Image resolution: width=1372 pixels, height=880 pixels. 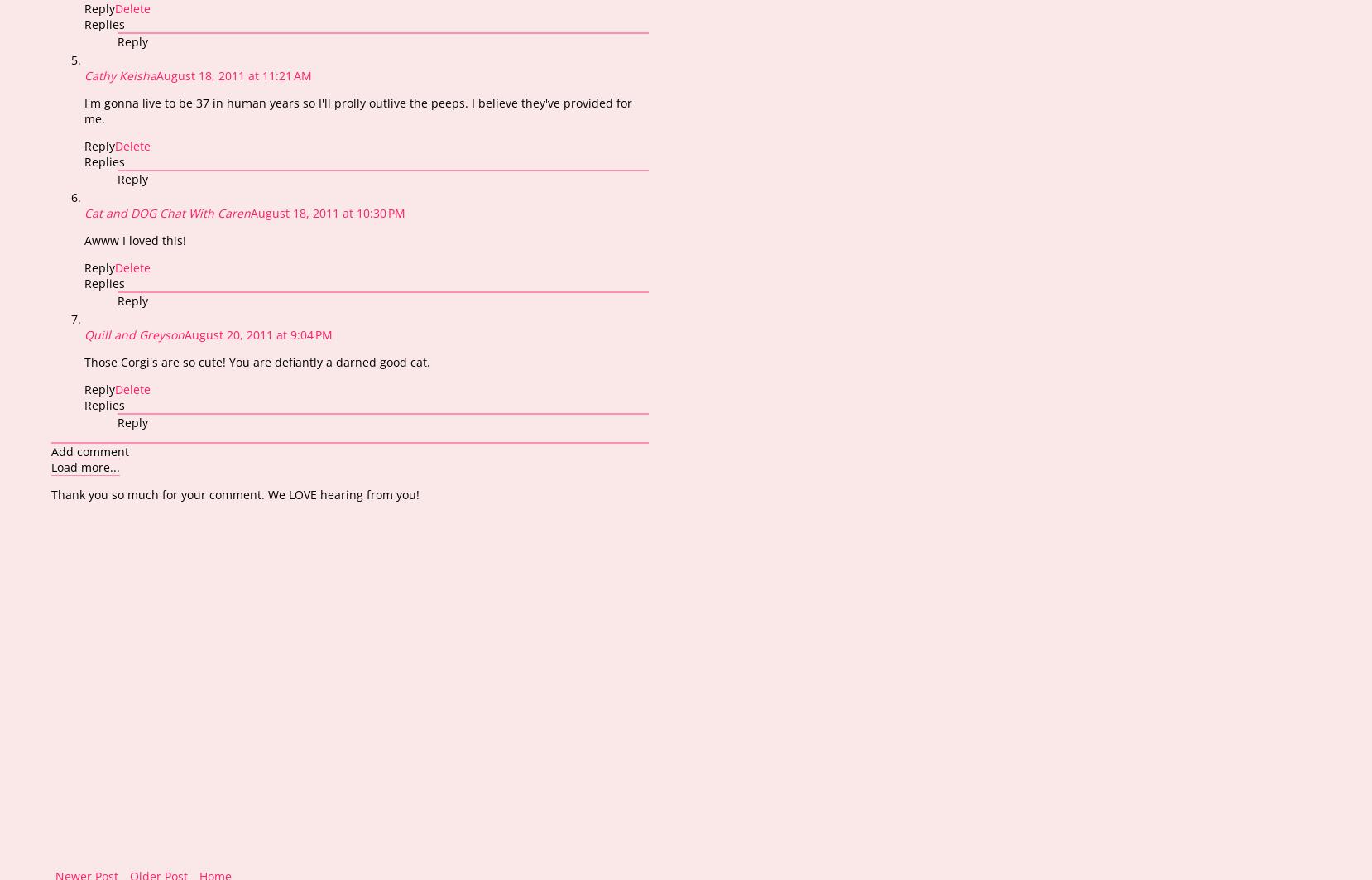 I want to click on 'Load more...', so click(x=84, y=465).